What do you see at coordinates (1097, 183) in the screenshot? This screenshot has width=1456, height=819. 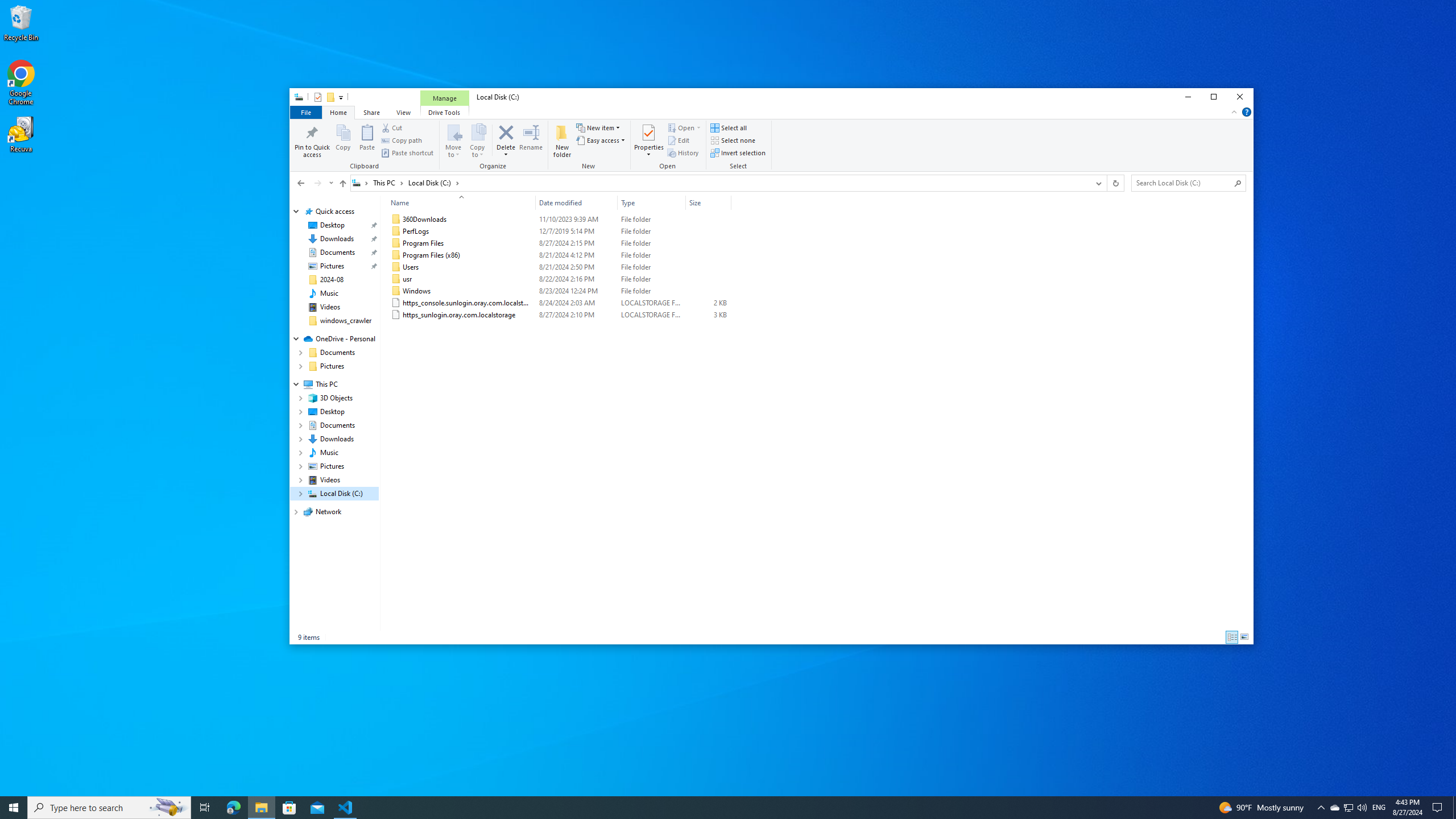 I see `'Previous Locations'` at bounding box center [1097, 183].